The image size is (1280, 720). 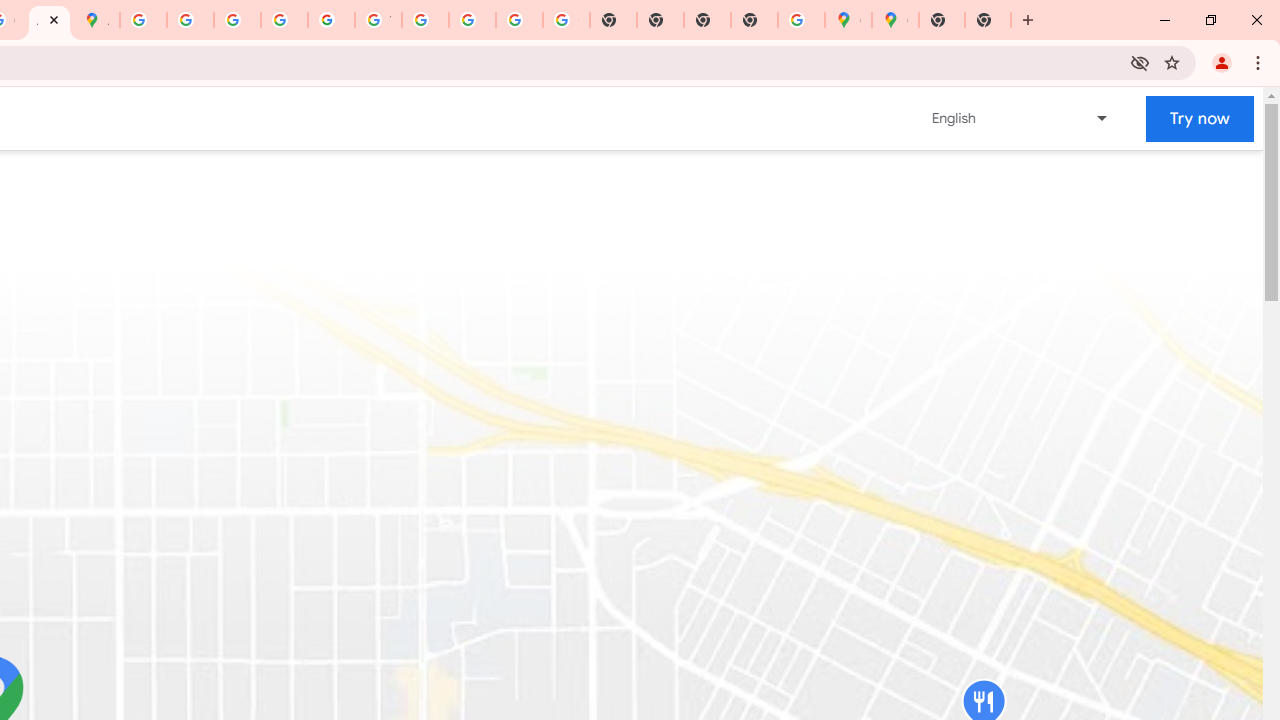 I want to click on 'New Tab', so click(x=988, y=20).